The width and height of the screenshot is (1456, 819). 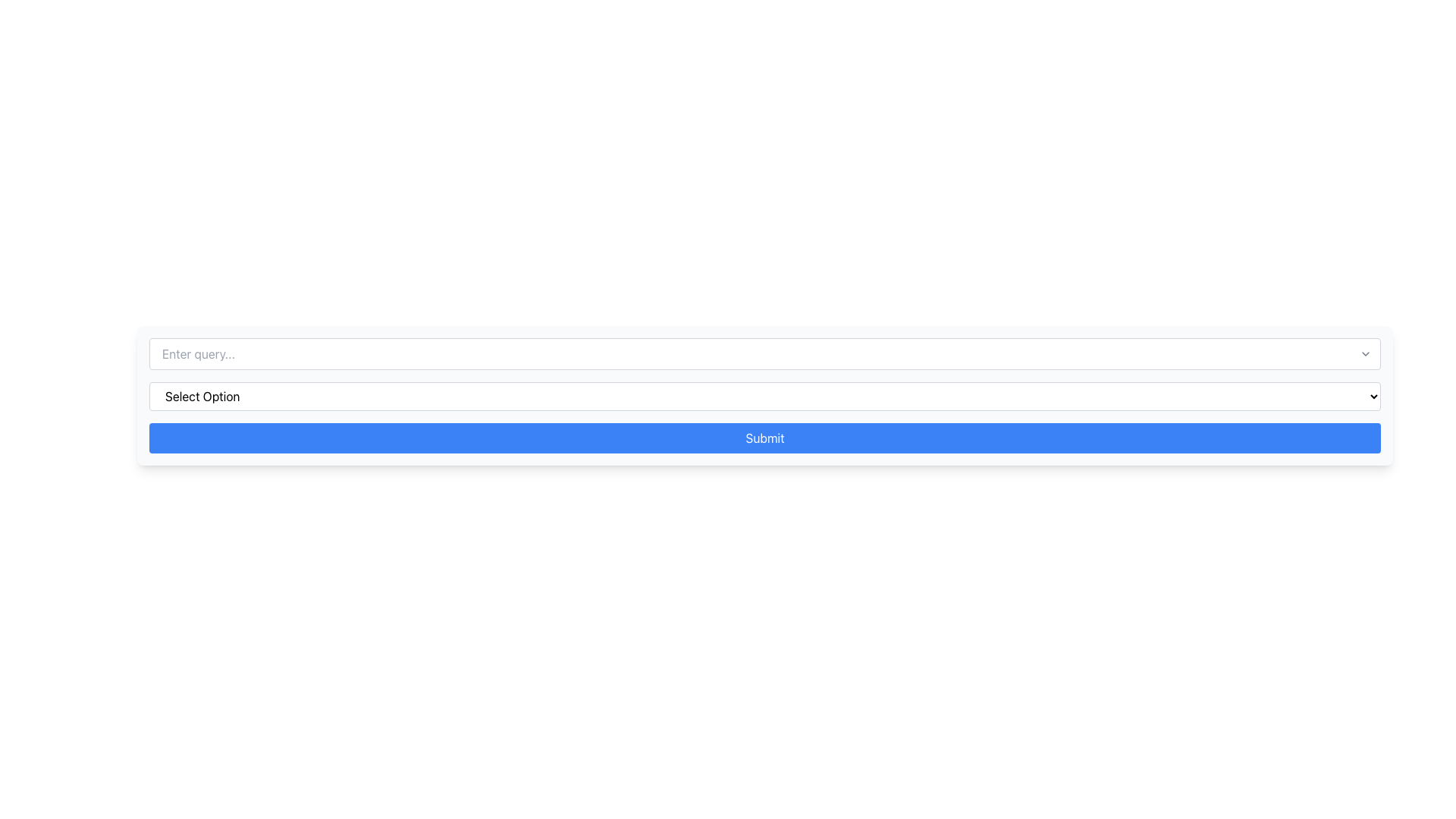 I want to click on the submit button located below the dropdown menu, so click(x=764, y=438).